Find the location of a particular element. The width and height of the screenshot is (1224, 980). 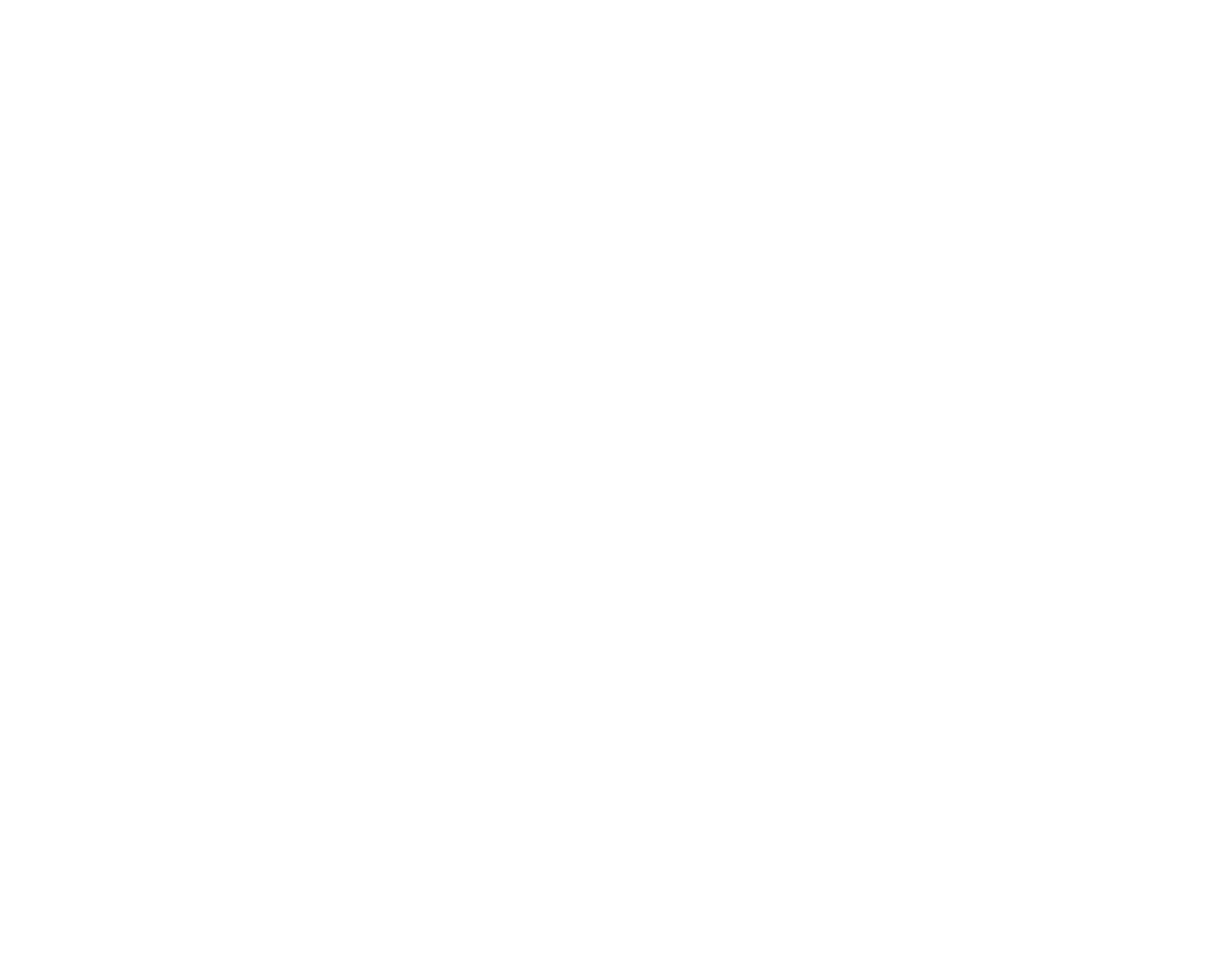

'About' is located at coordinates (916, 46).